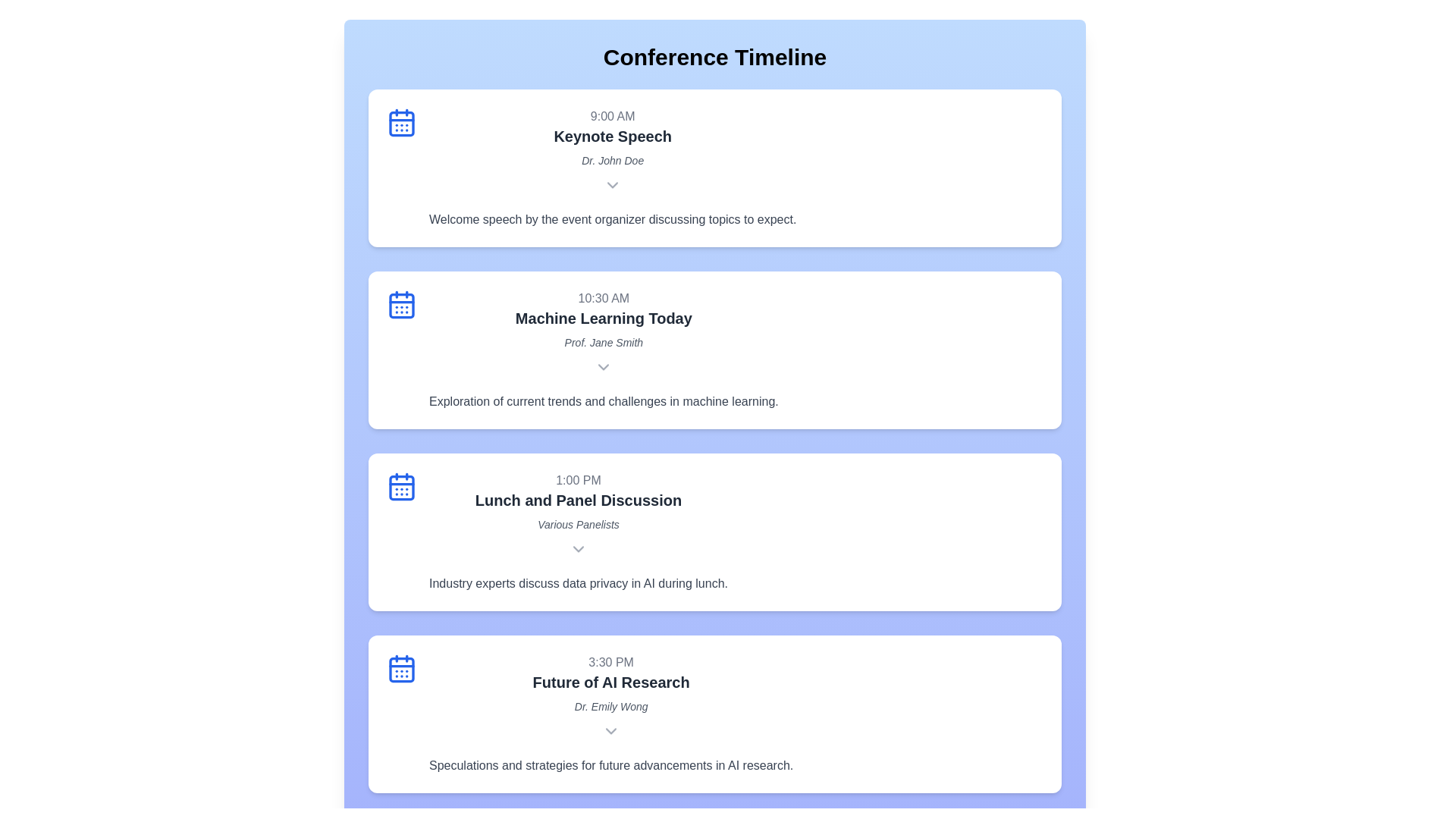 This screenshot has height=819, width=1456. Describe the element at coordinates (401, 669) in the screenshot. I see `the calendar icon located in the fourth card of the timeline interface, adjacent to the header 'Future of AI Research'` at that location.